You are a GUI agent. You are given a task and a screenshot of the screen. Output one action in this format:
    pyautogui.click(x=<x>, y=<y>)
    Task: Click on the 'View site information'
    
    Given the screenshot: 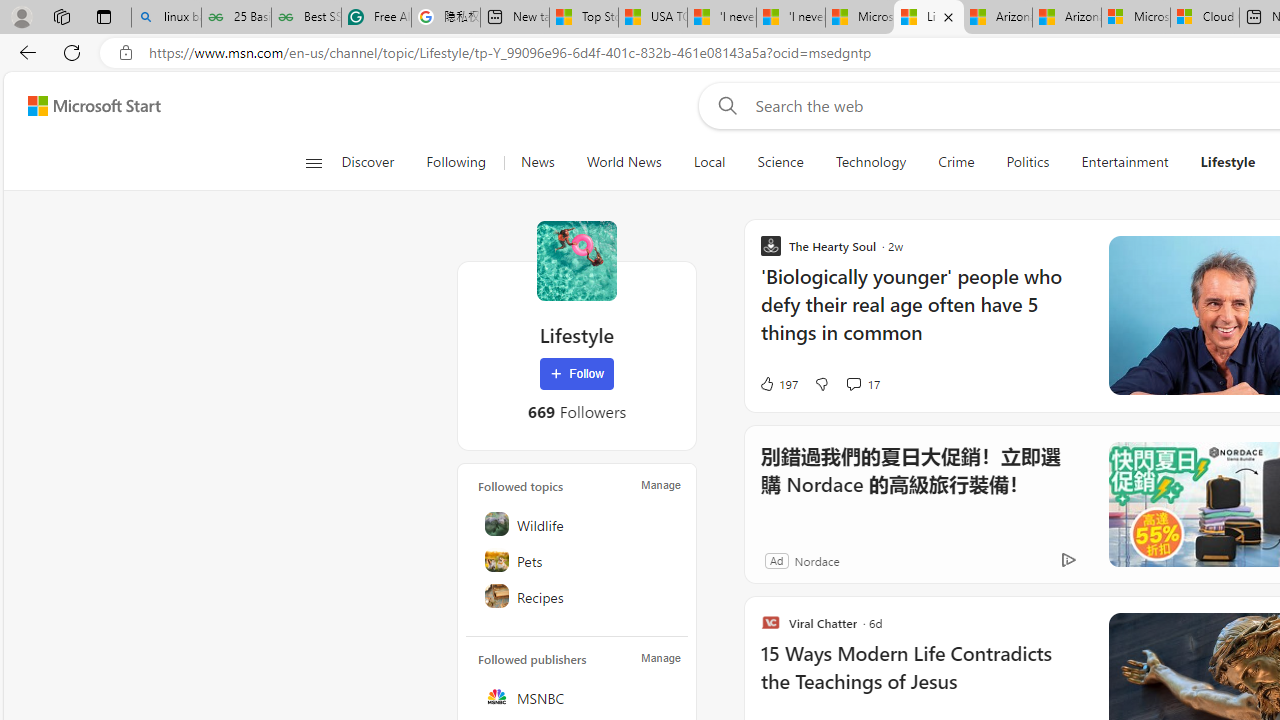 What is the action you would take?
    pyautogui.click(x=125, y=52)
    